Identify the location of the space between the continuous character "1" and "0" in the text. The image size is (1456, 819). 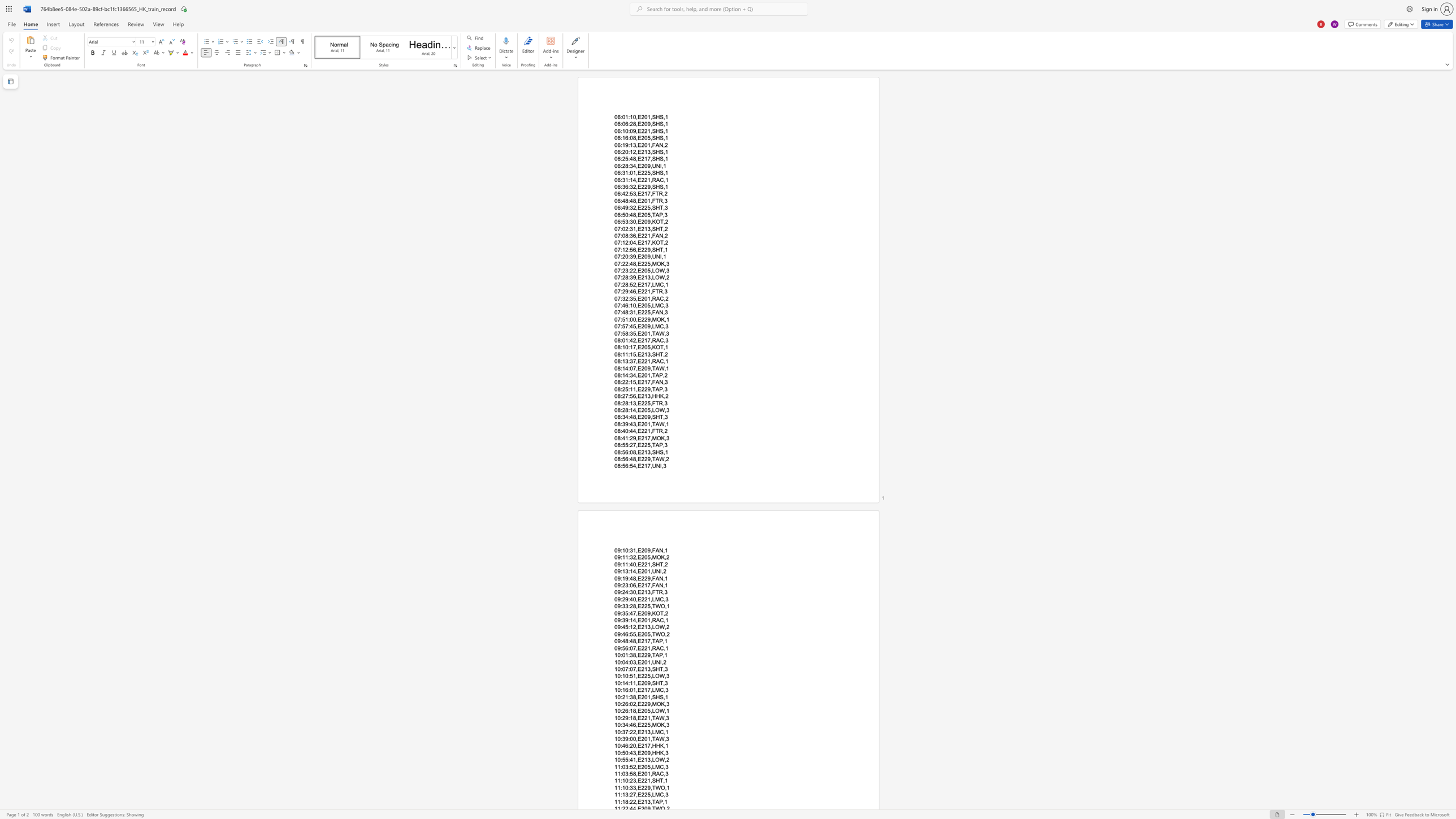
(625, 781).